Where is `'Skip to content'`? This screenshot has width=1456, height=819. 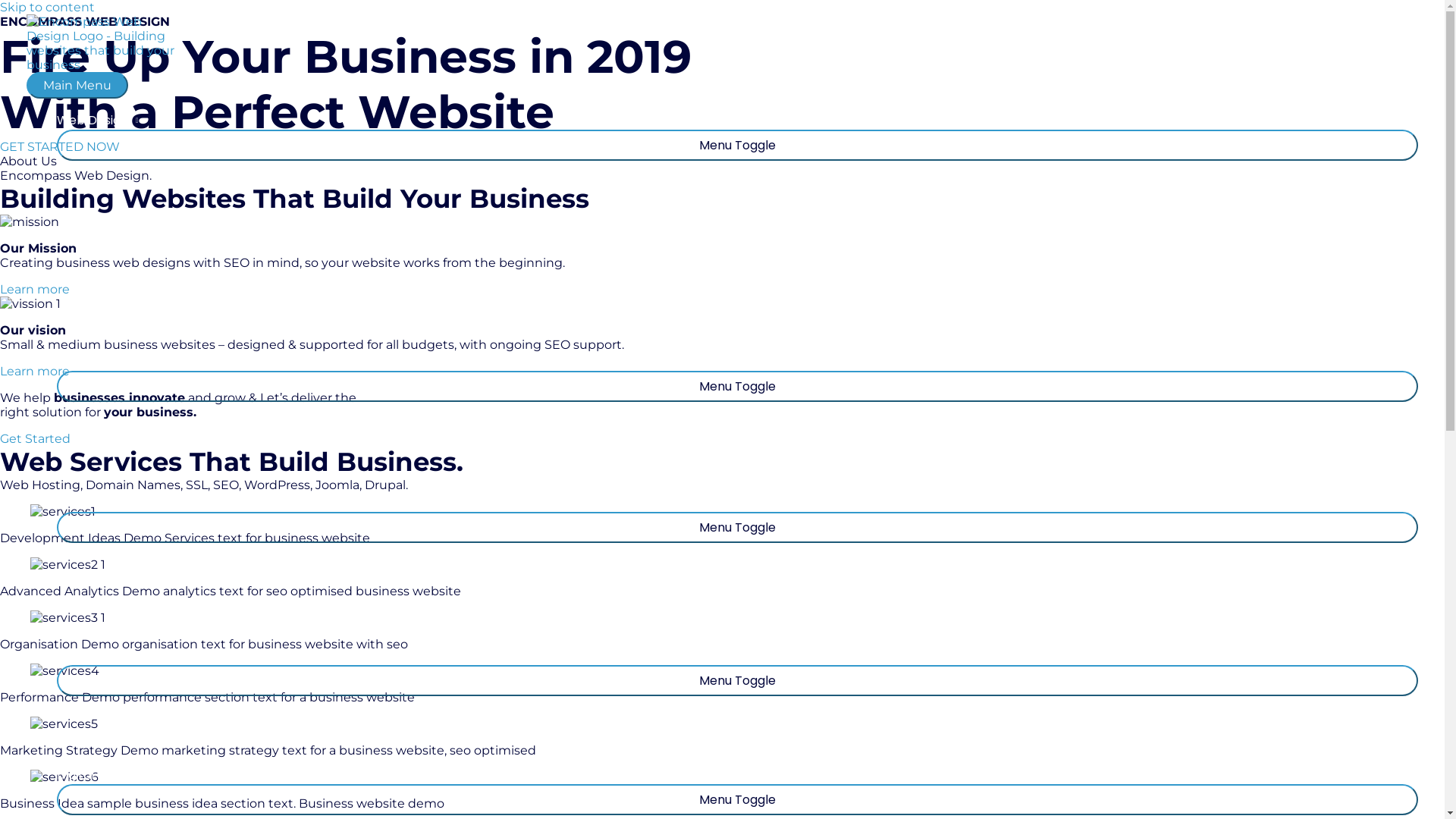 'Skip to content' is located at coordinates (47, 7).